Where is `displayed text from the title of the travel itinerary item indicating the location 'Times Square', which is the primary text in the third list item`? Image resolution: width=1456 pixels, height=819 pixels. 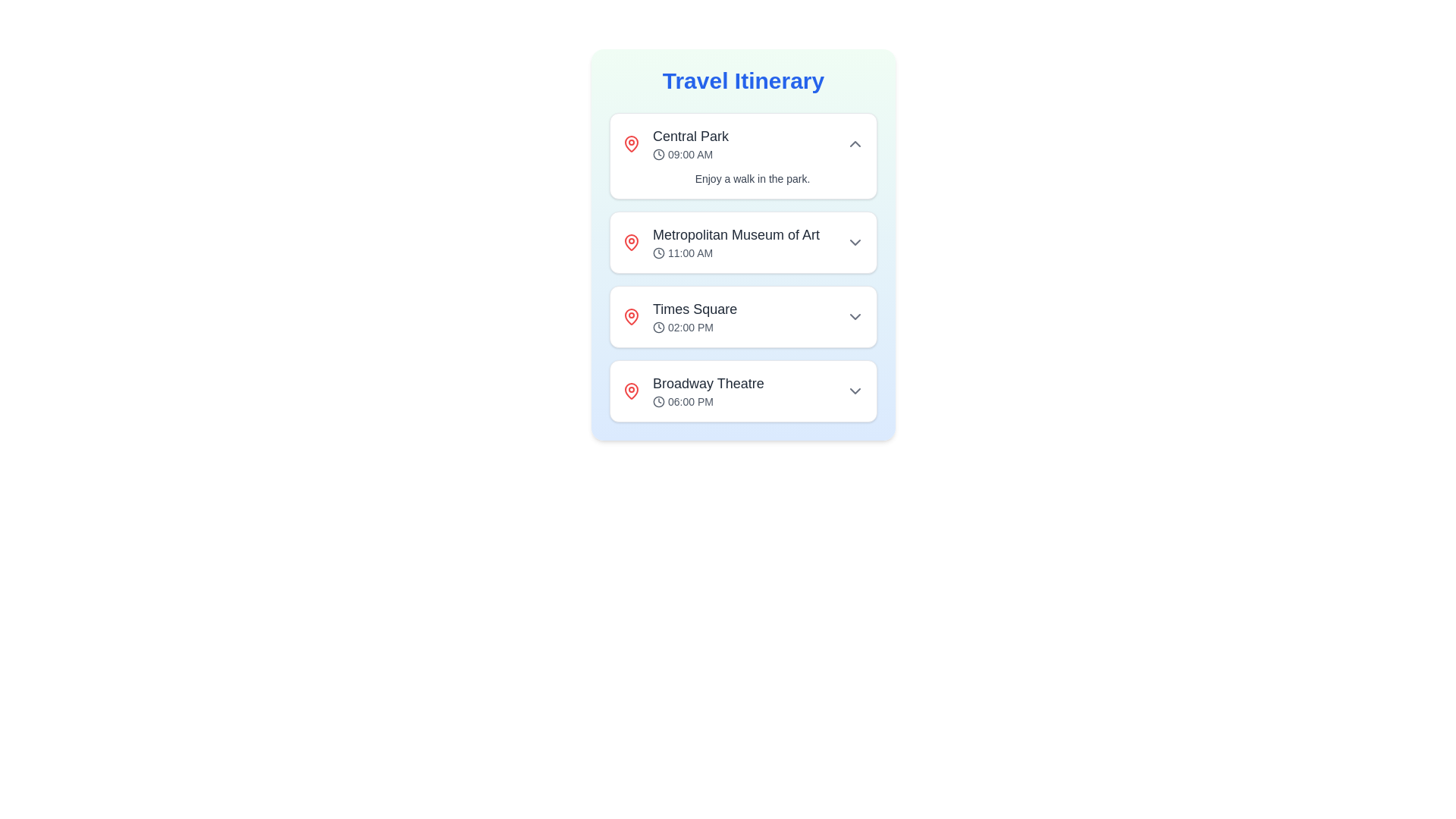
displayed text from the title of the travel itinerary item indicating the location 'Times Square', which is the primary text in the third list item is located at coordinates (694, 309).